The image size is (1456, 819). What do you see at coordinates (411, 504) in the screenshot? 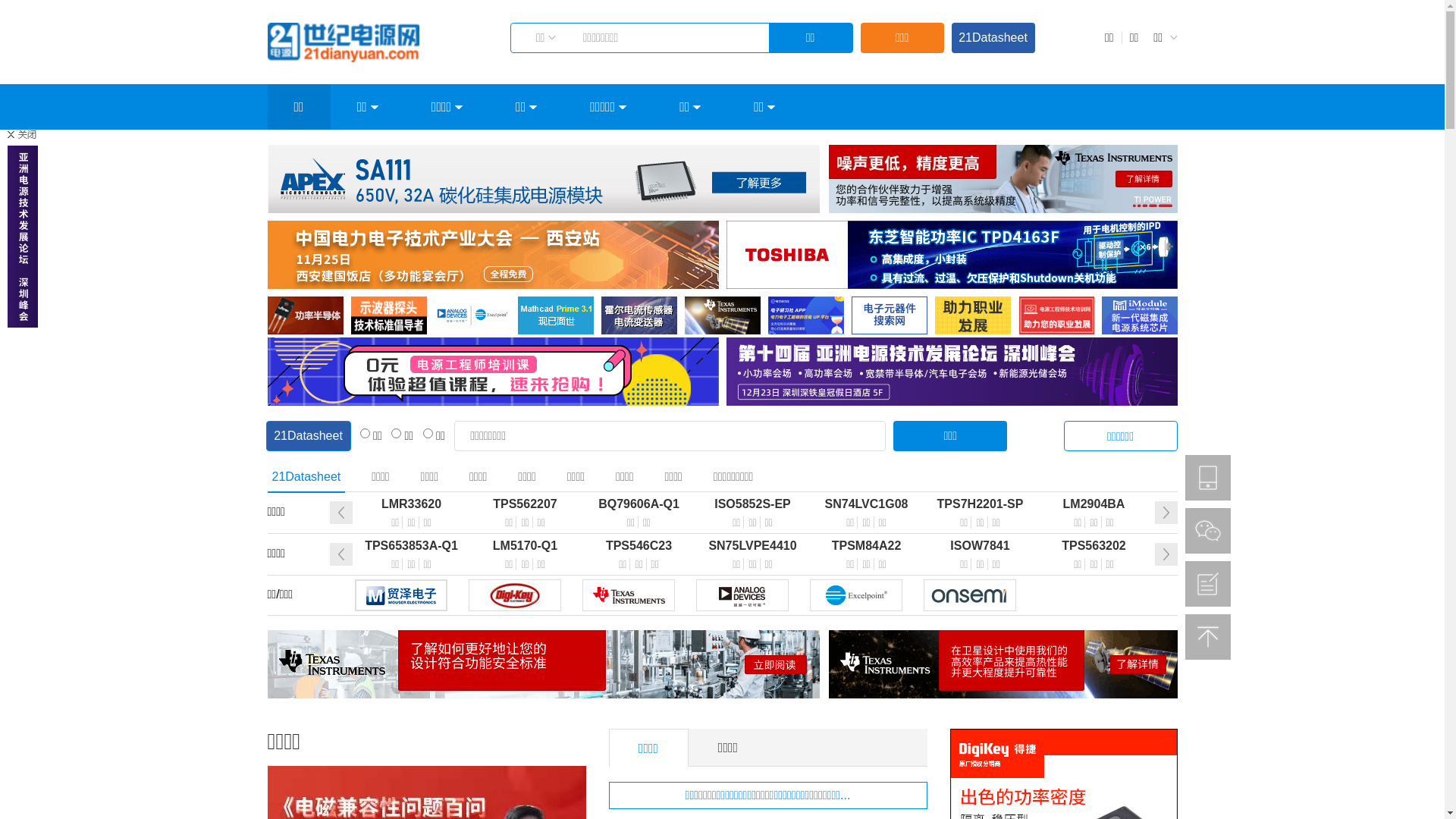
I see `'LMR33620'` at bounding box center [411, 504].